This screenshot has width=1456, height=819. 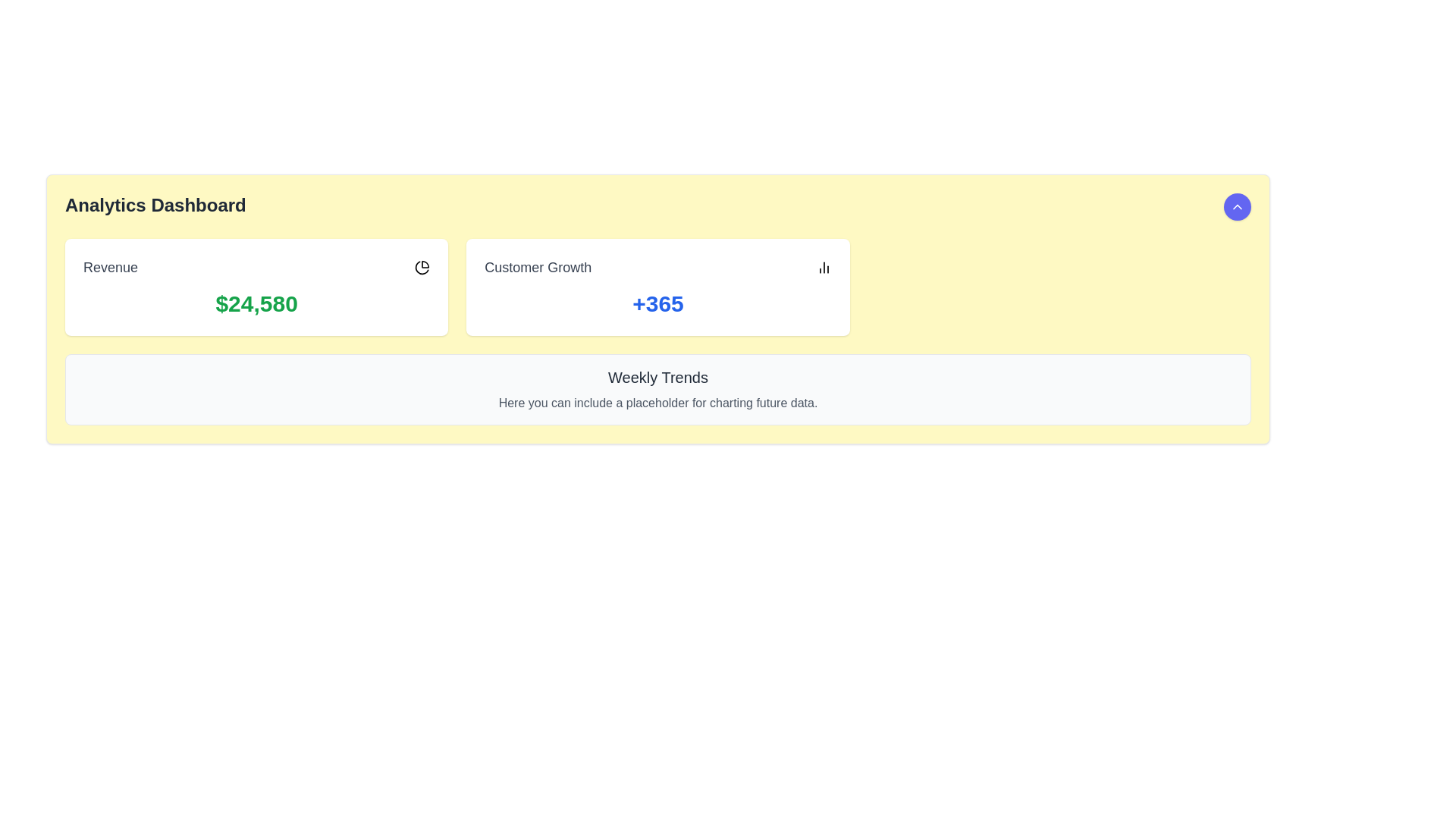 What do you see at coordinates (110, 267) in the screenshot?
I see `the 'Revenue' text label displayed in bold, gray font within a light yellow panel, positioned at the top-left corner of its card` at bounding box center [110, 267].